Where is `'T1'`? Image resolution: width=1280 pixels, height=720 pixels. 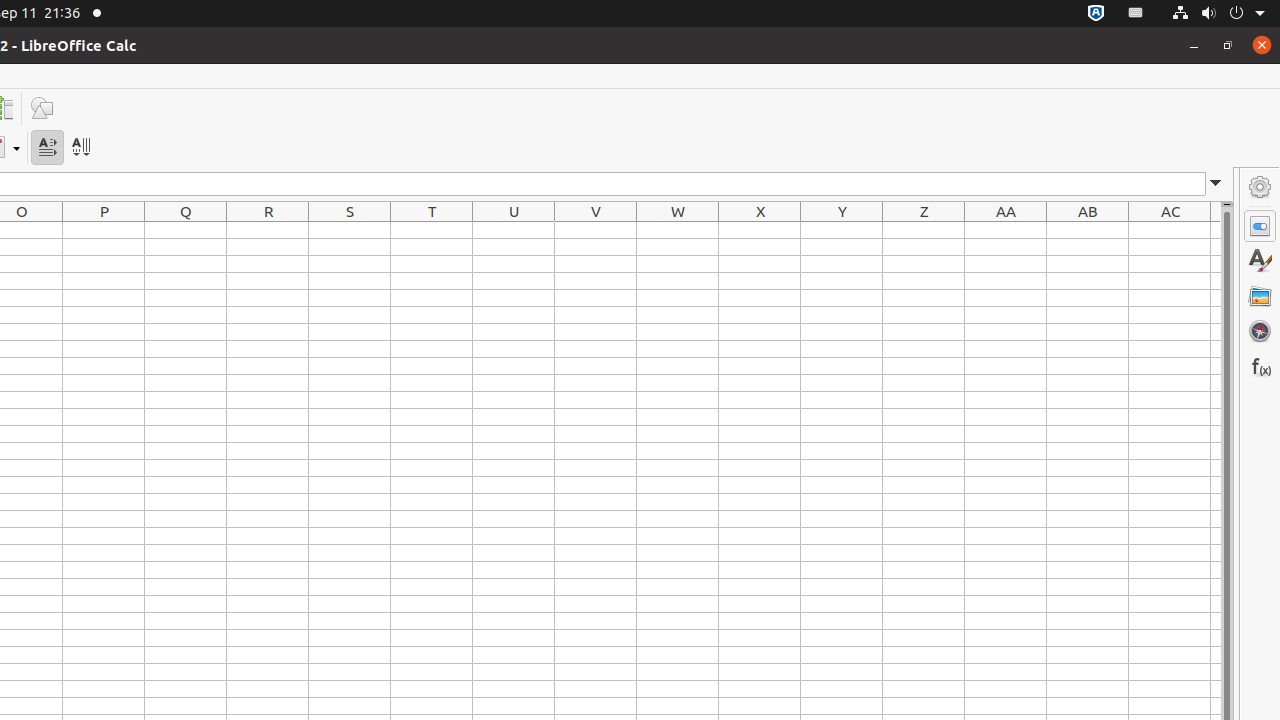 'T1' is located at coordinates (431, 229).